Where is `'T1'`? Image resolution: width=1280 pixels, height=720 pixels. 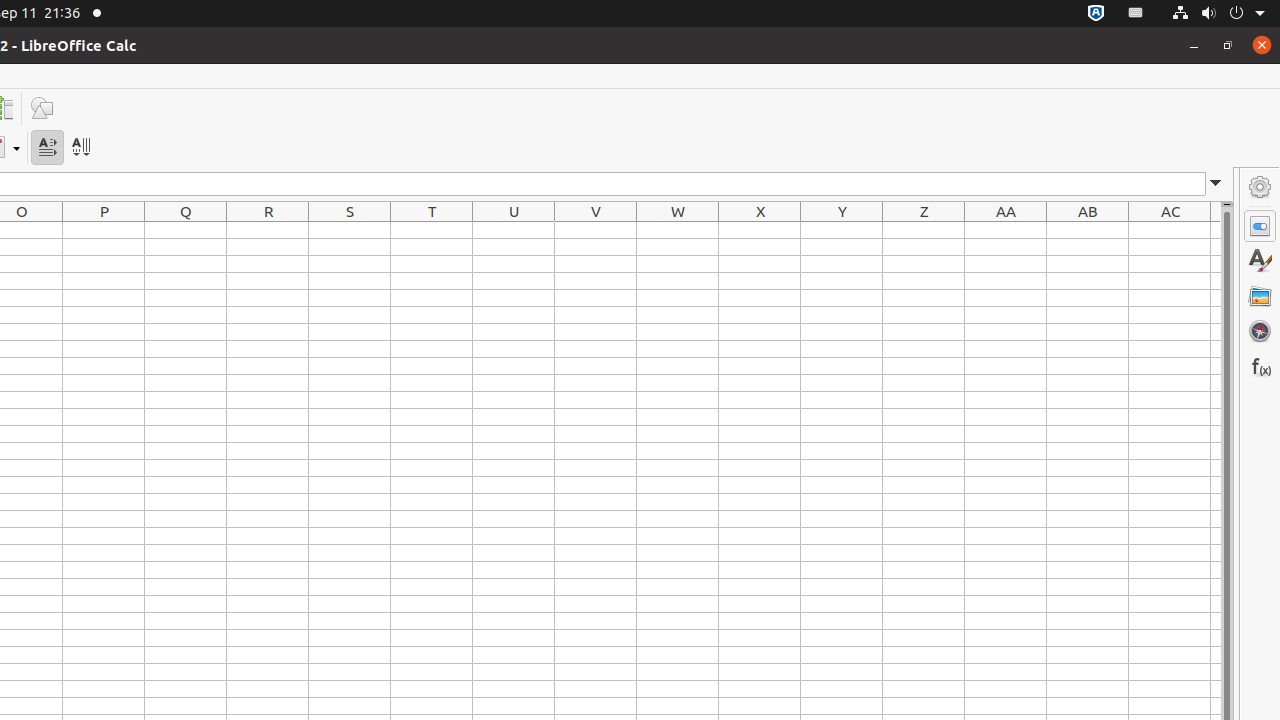 'T1' is located at coordinates (431, 229).